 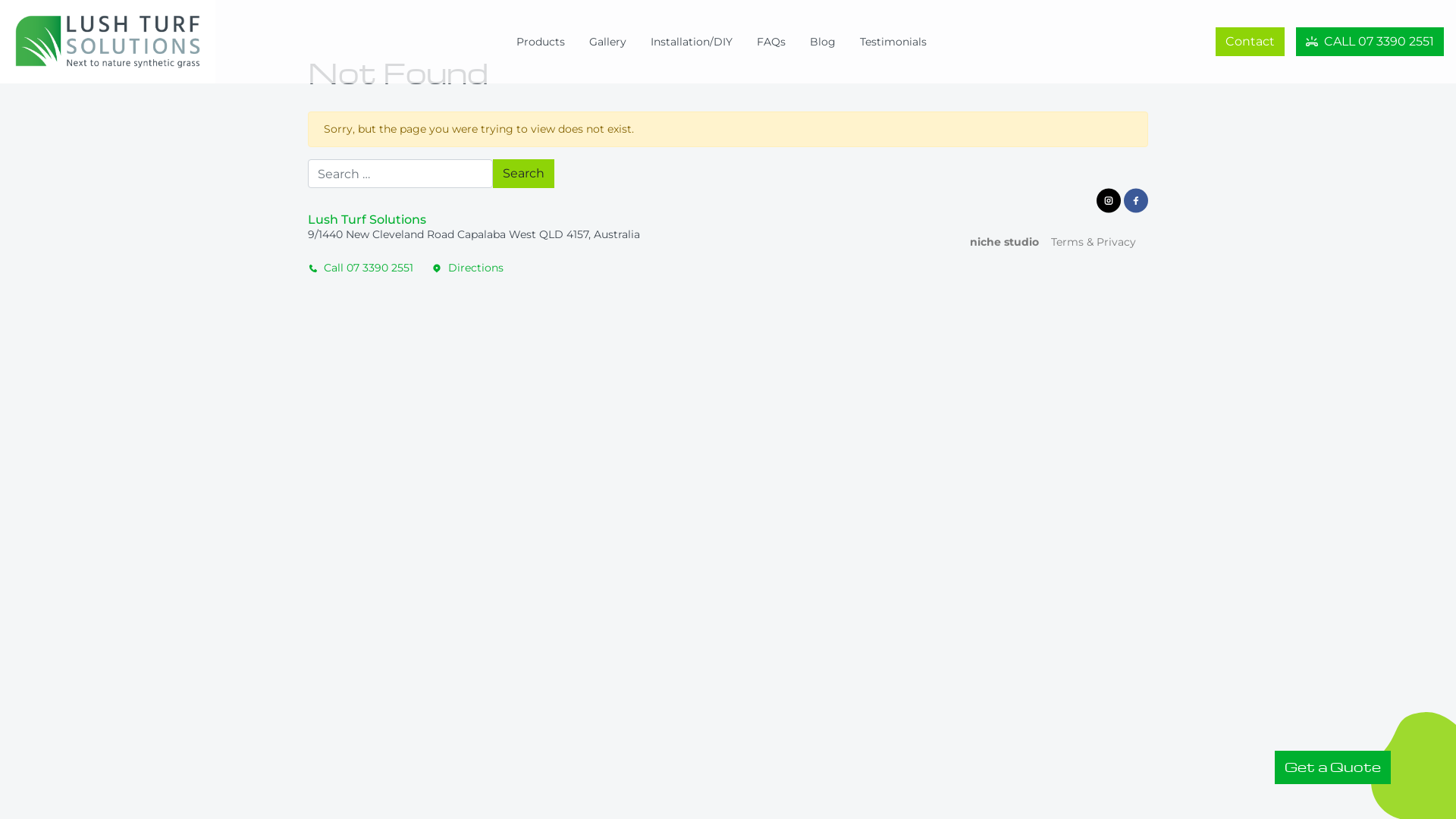 What do you see at coordinates (821, 41) in the screenshot?
I see `'Blog'` at bounding box center [821, 41].